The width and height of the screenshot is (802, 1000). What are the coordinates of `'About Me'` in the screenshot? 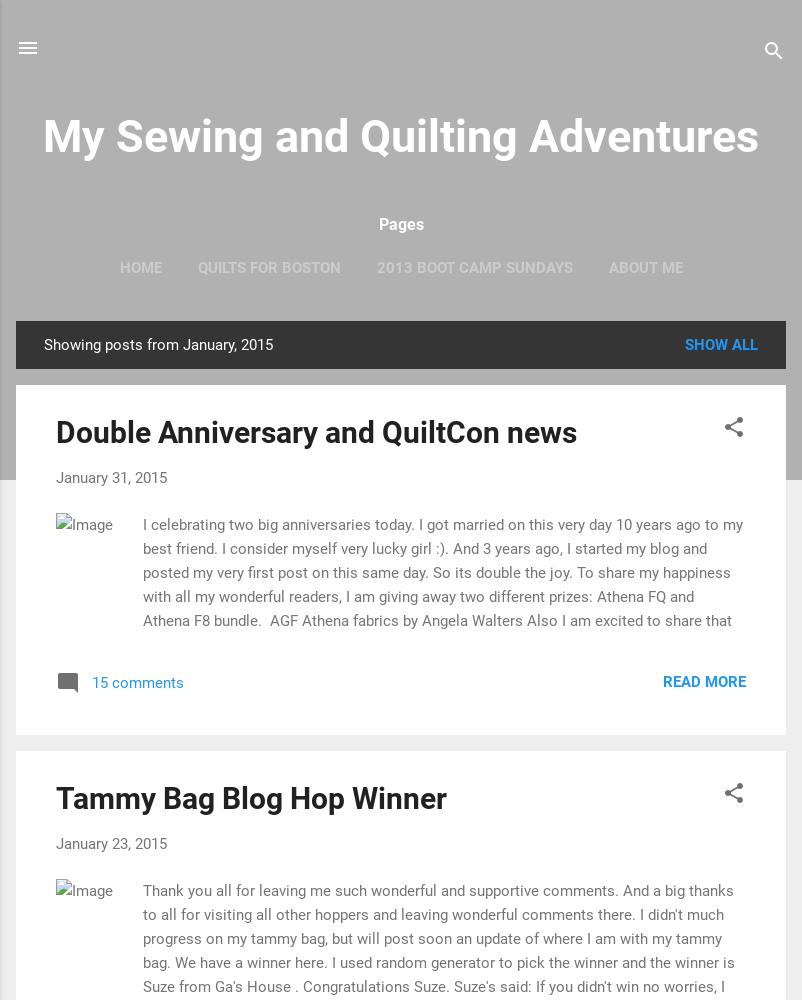 It's located at (644, 268).